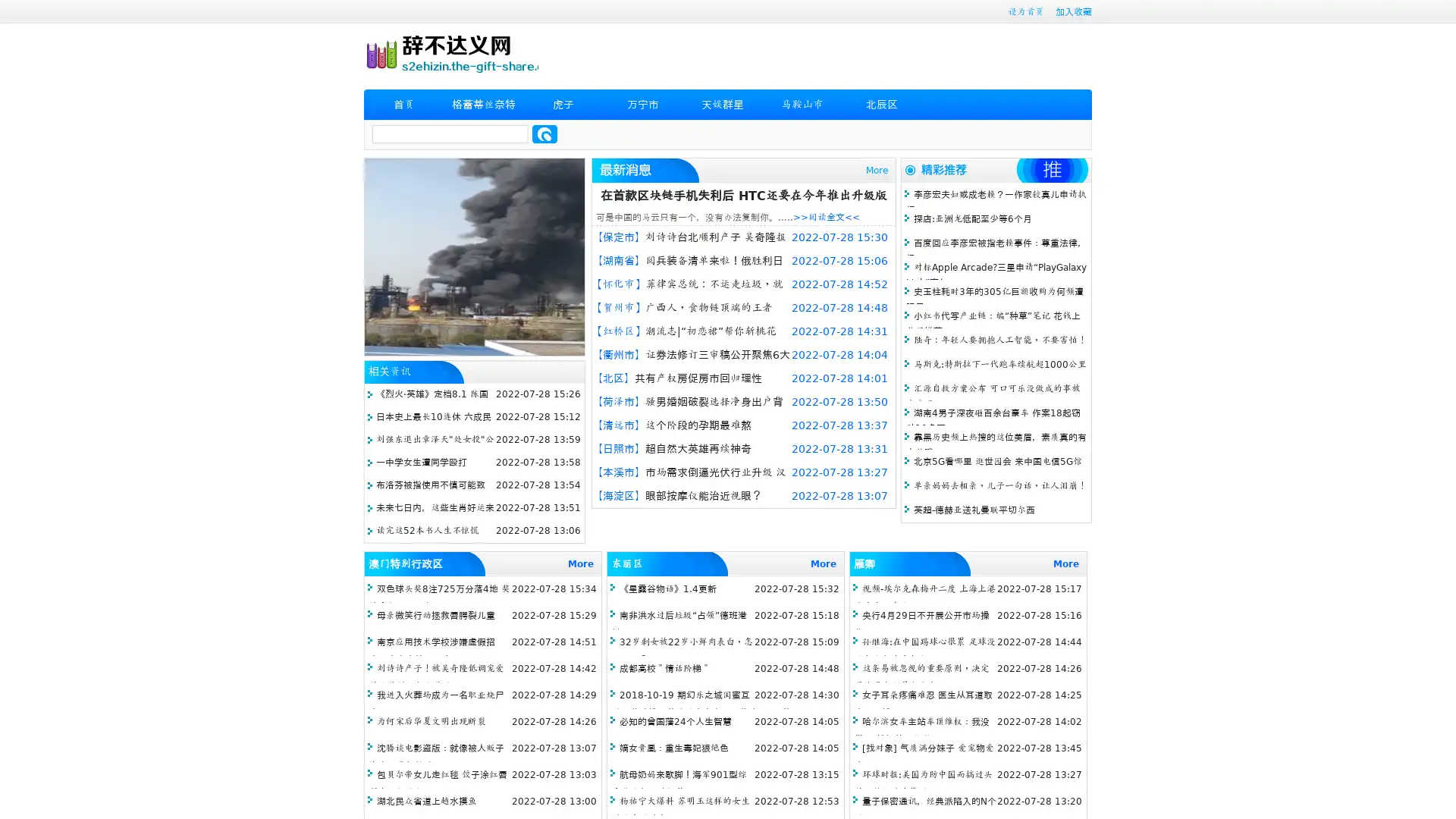 Image resolution: width=1456 pixels, height=819 pixels. I want to click on Search, so click(544, 133).